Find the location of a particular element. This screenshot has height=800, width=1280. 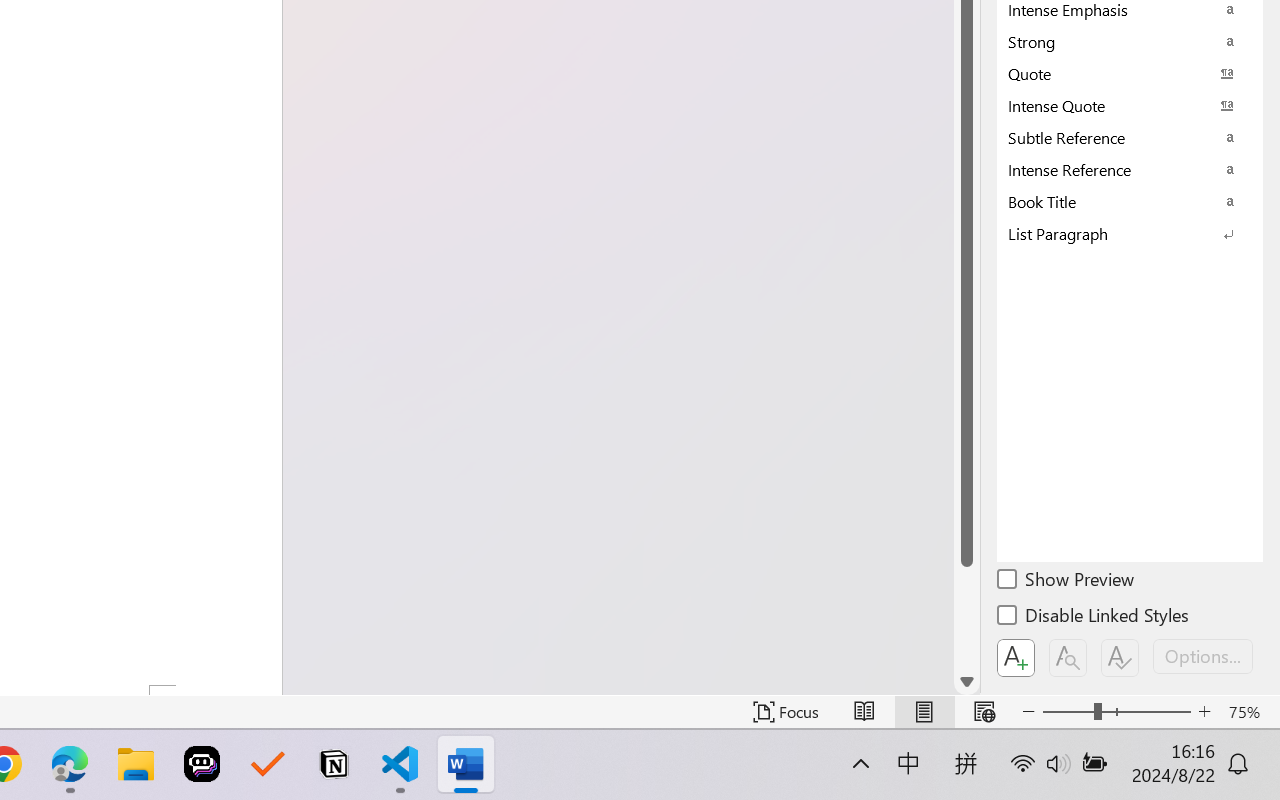

'Intense Quote' is located at coordinates (1130, 104).